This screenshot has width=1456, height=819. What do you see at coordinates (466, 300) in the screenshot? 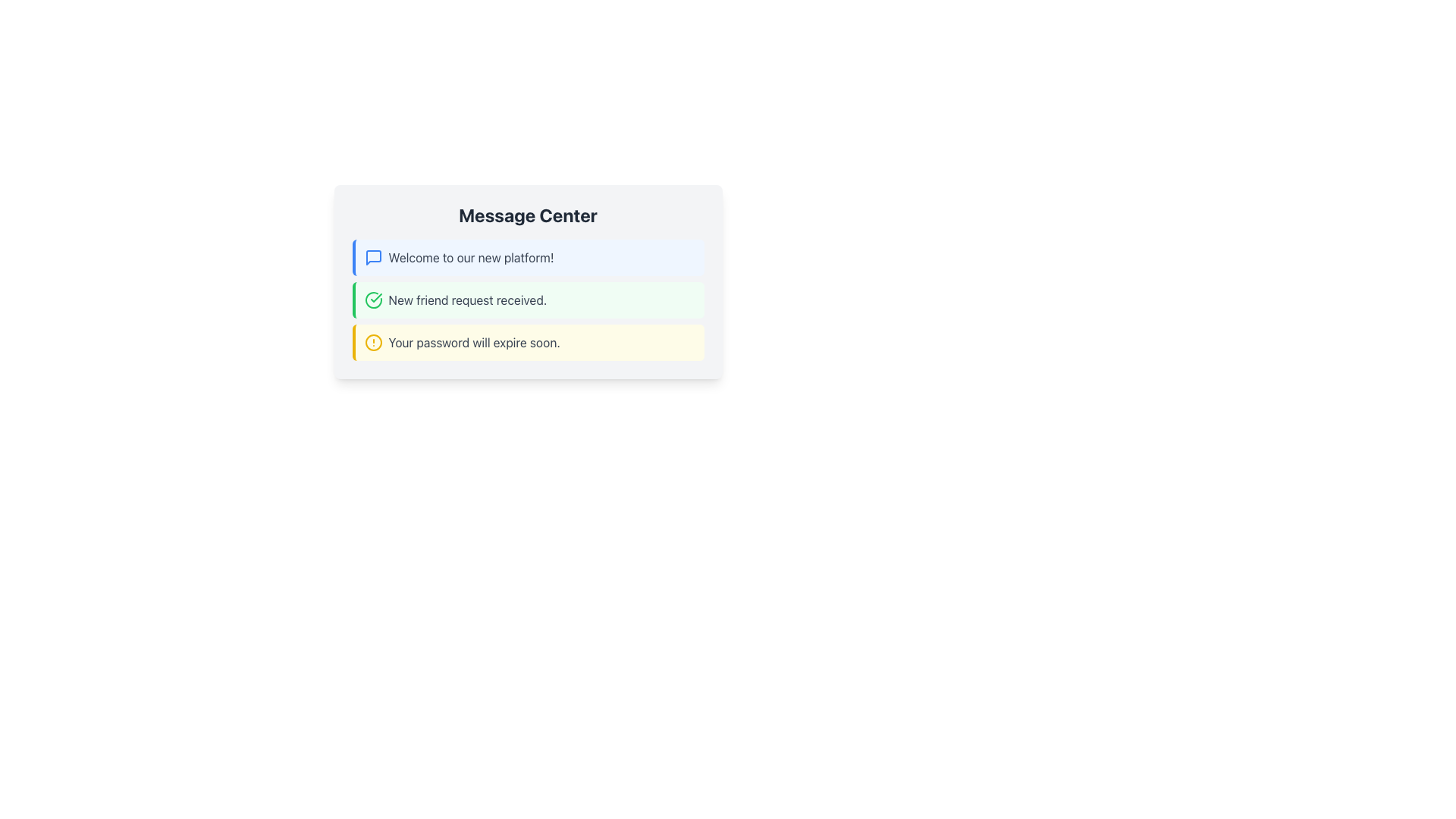
I see `the static text element that reads 'New friend request received.' which is part of a notification with a soft green background and a checkmark icon to its left` at bounding box center [466, 300].